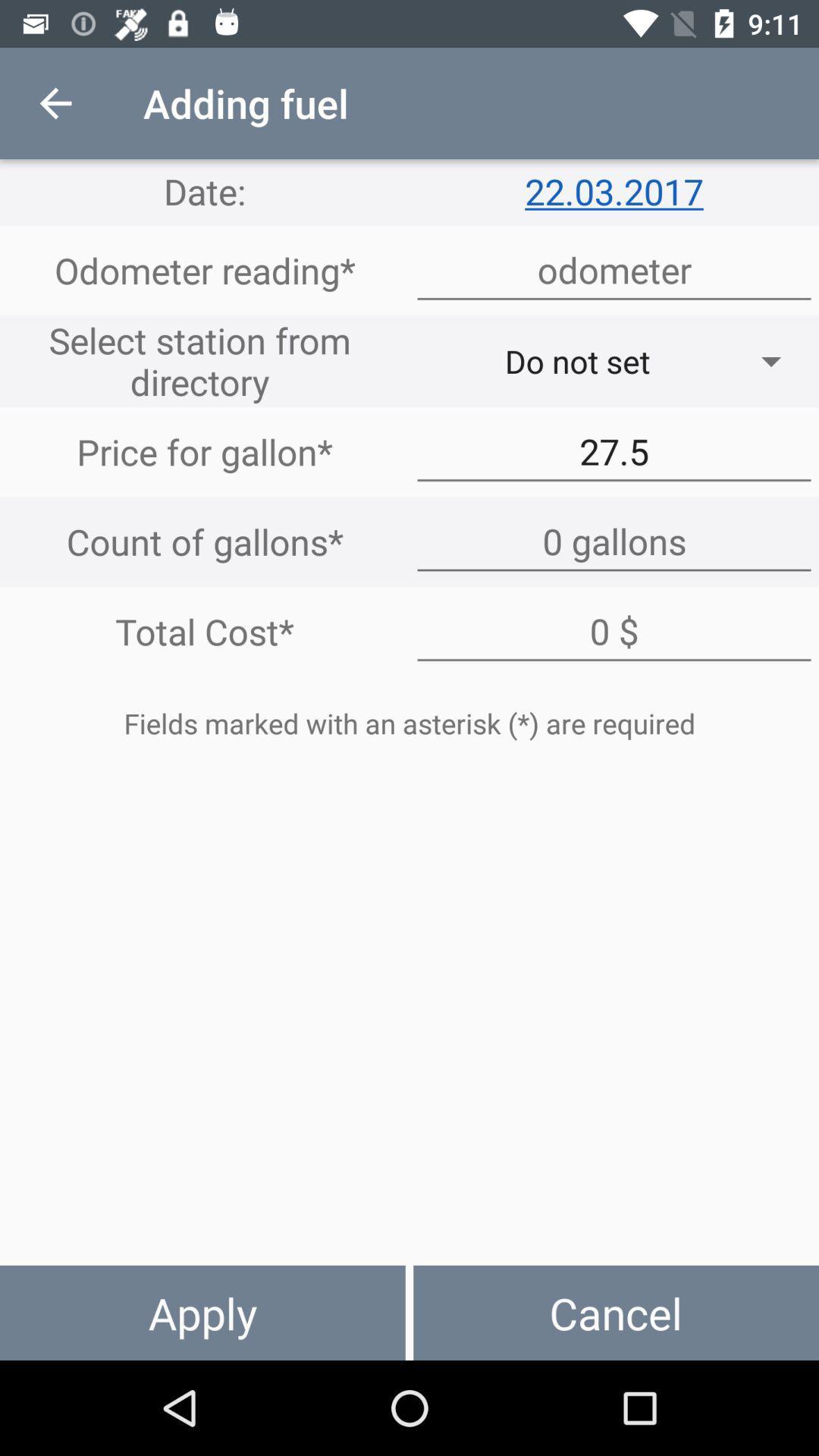  Describe the element at coordinates (614, 632) in the screenshot. I see `total cost type line` at that location.